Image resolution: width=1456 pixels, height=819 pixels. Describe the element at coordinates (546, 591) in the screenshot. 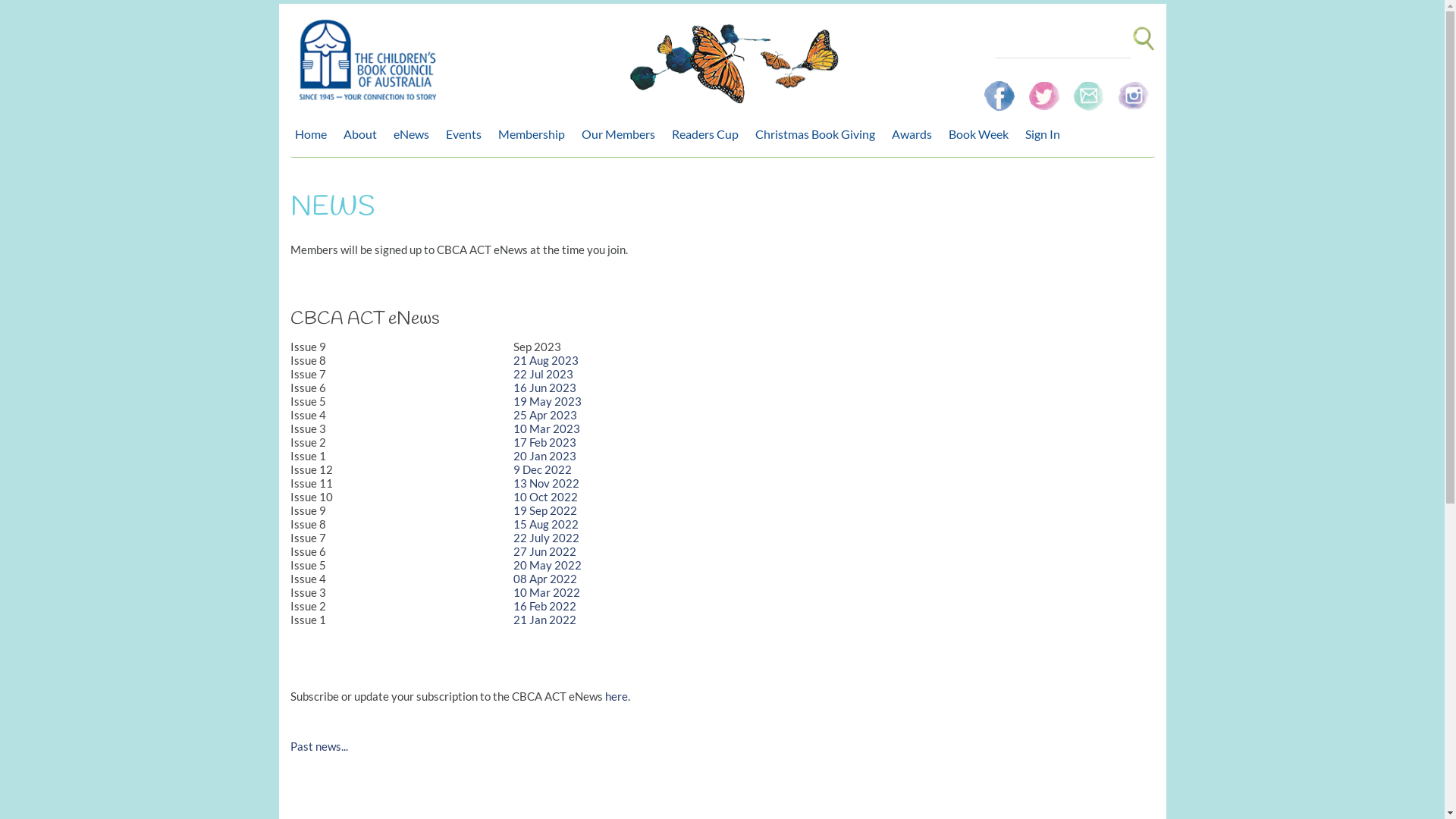

I see `'10 Mar 2022'` at that location.